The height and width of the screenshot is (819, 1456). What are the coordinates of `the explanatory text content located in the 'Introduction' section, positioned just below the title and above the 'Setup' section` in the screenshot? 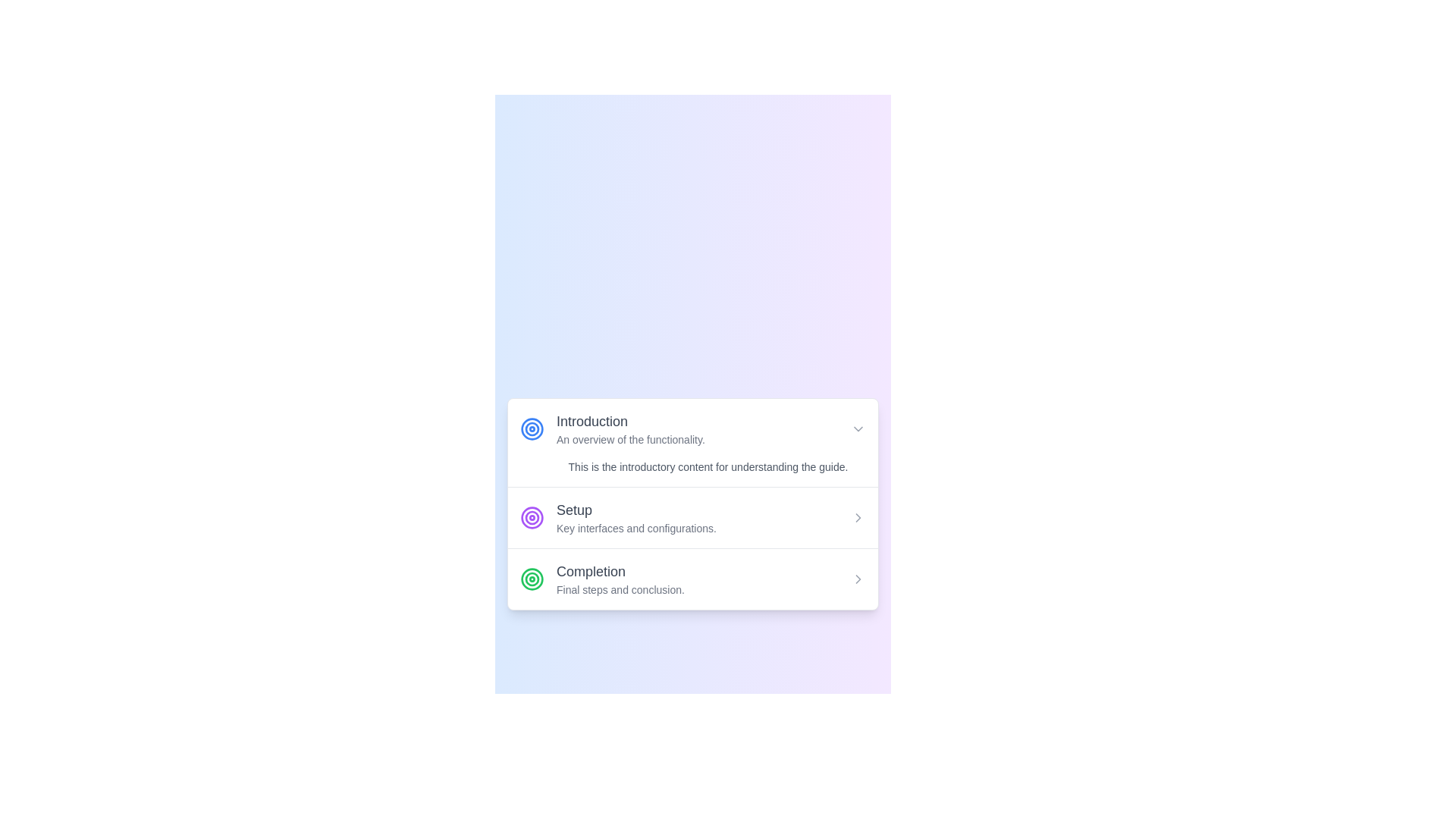 It's located at (692, 466).